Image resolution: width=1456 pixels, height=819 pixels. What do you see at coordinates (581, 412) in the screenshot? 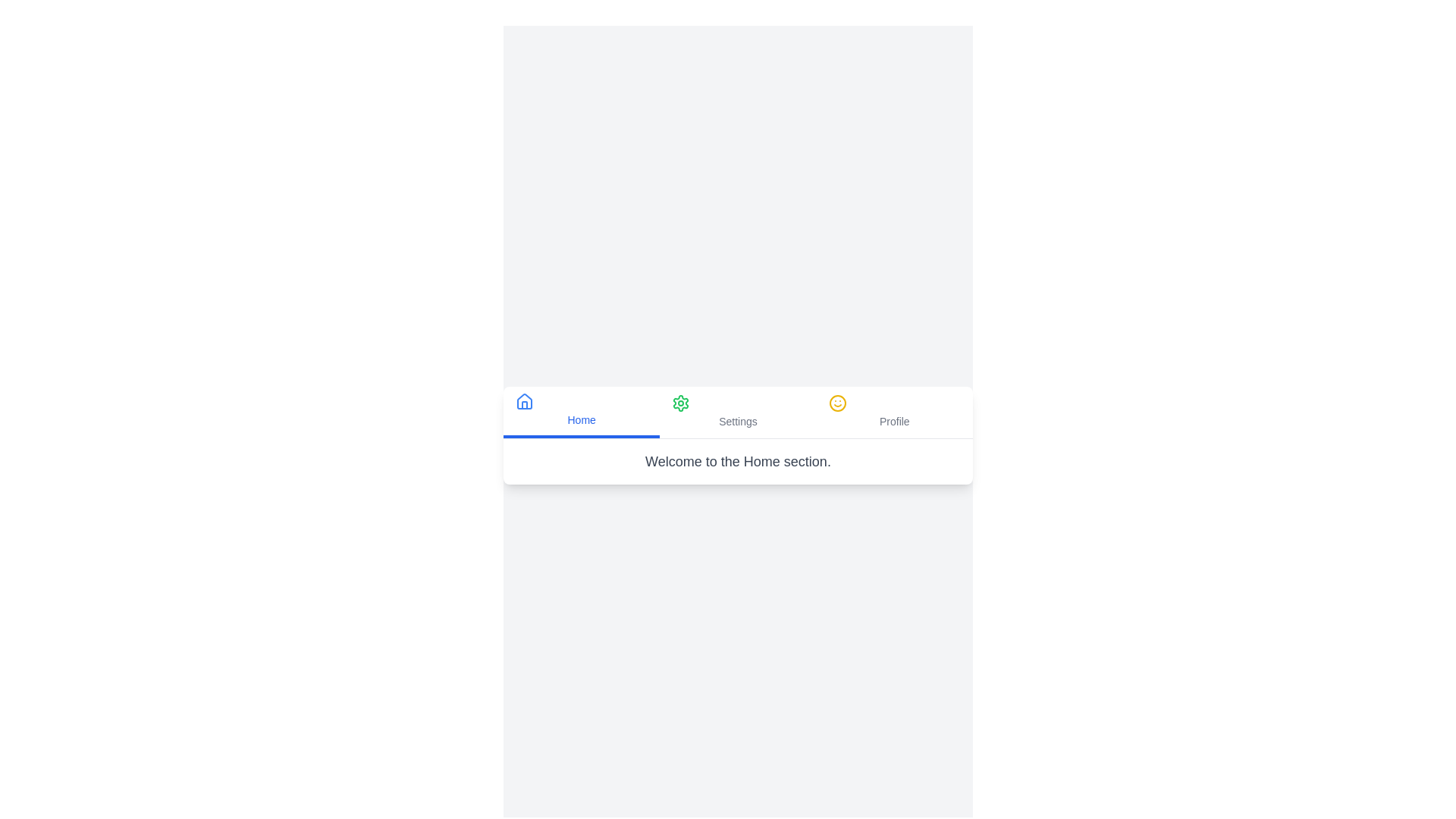
I see `the Home tab to view its content` at bounding box center [581, 412].